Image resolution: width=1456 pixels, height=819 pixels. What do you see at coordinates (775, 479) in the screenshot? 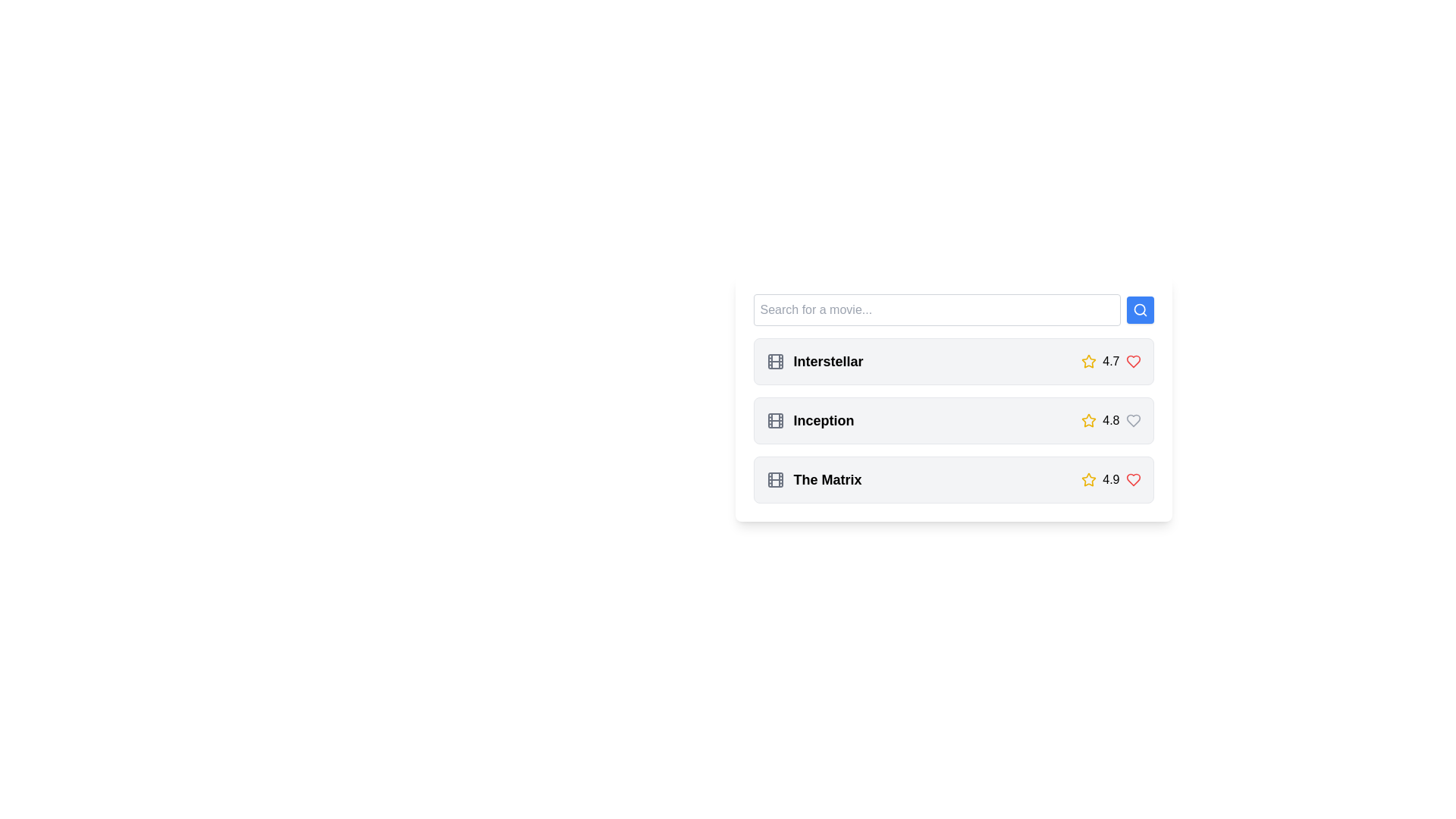
I see `the filmstrip icon located to the left of the movie title 'The Matrix' in the movie options list` at bounding box center [775, 479].